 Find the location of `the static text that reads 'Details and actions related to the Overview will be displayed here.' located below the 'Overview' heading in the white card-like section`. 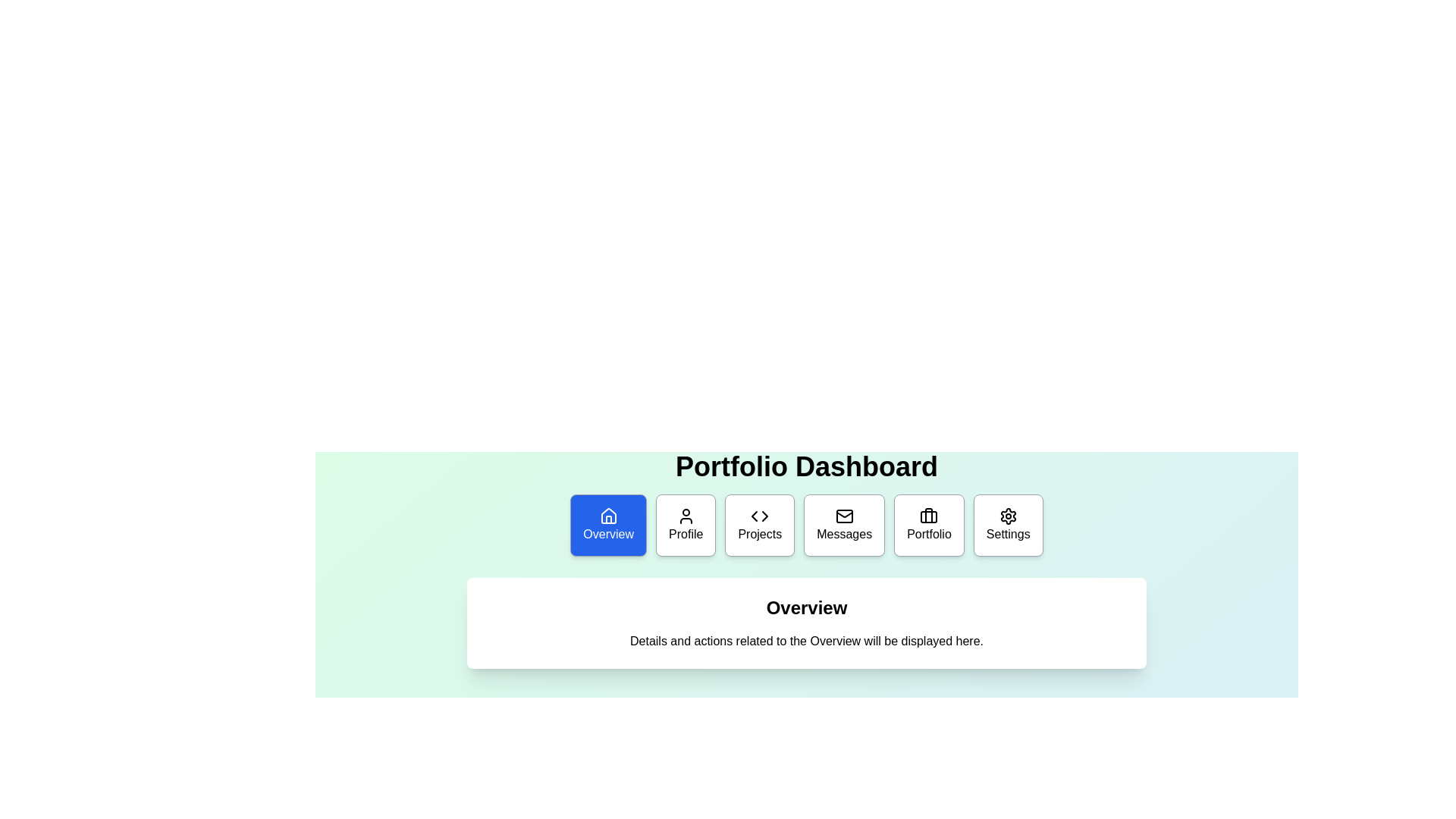

the static text that reads 'Details and actions related to the Overview will be displayed here.' located below the 'Overview' heading in the white card-like section is located at coordinates (806, 641).